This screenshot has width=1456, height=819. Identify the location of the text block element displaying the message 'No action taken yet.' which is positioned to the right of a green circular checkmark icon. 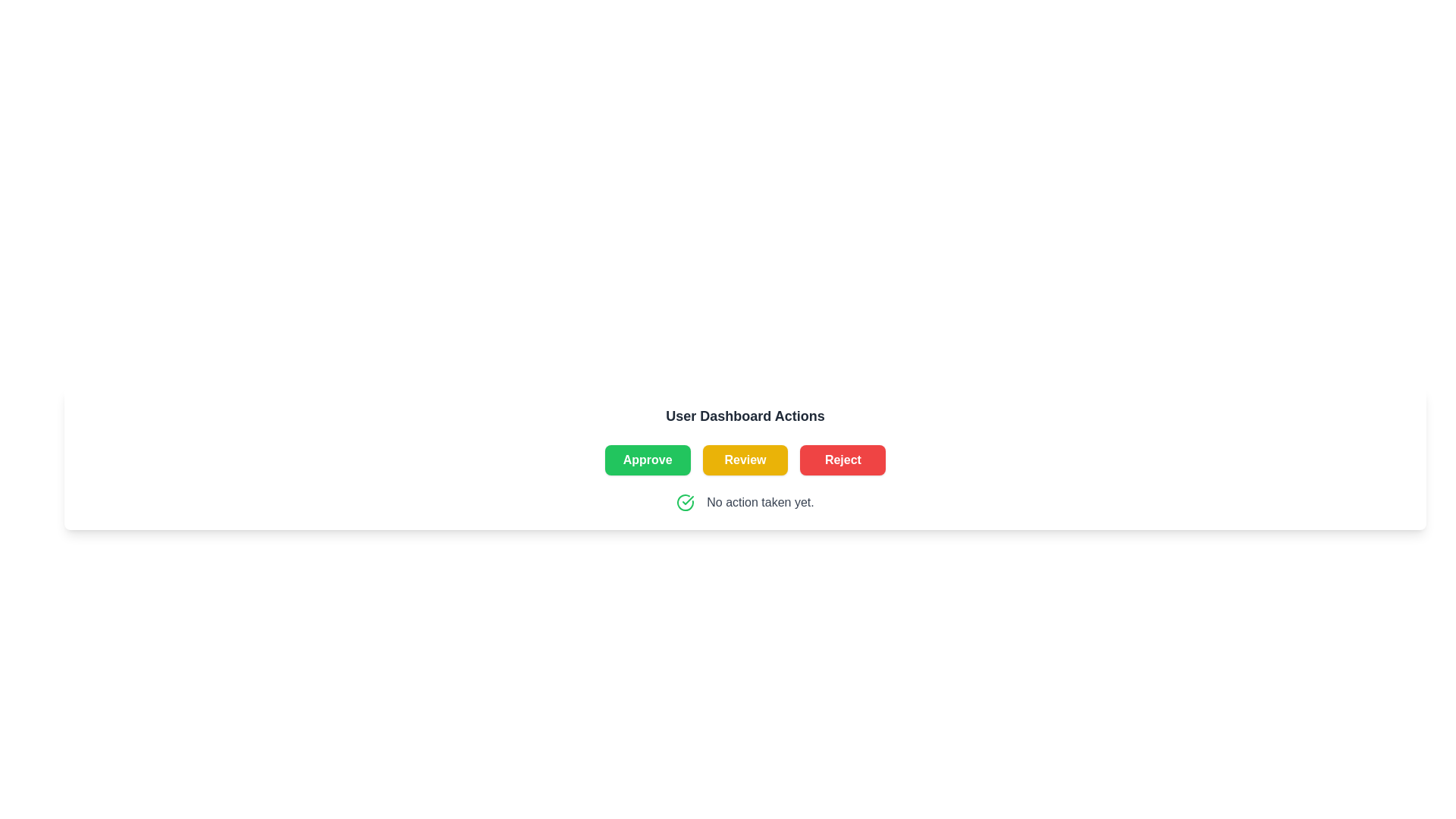
(761, 503).